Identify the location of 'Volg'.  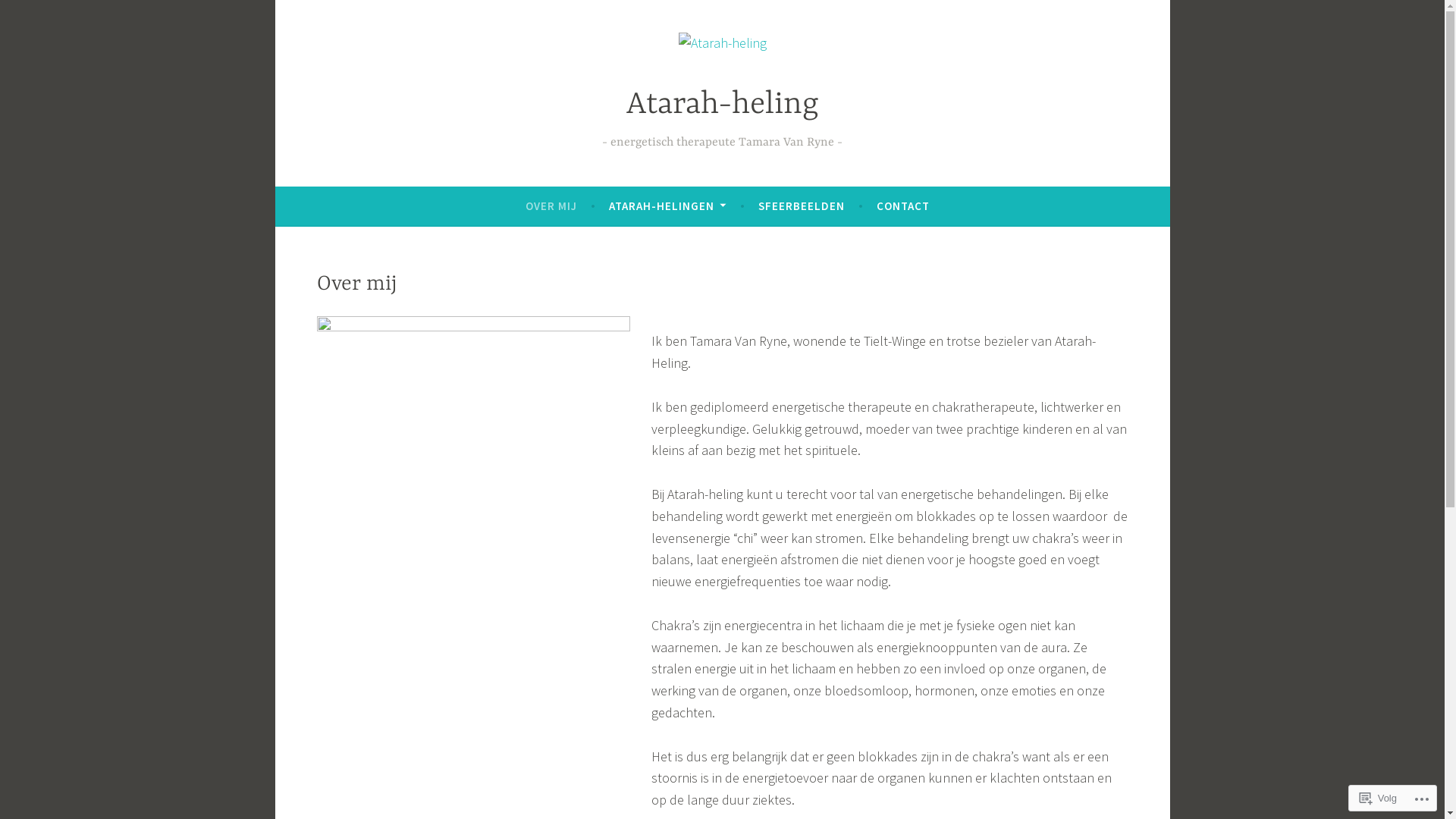
(1378, 797).